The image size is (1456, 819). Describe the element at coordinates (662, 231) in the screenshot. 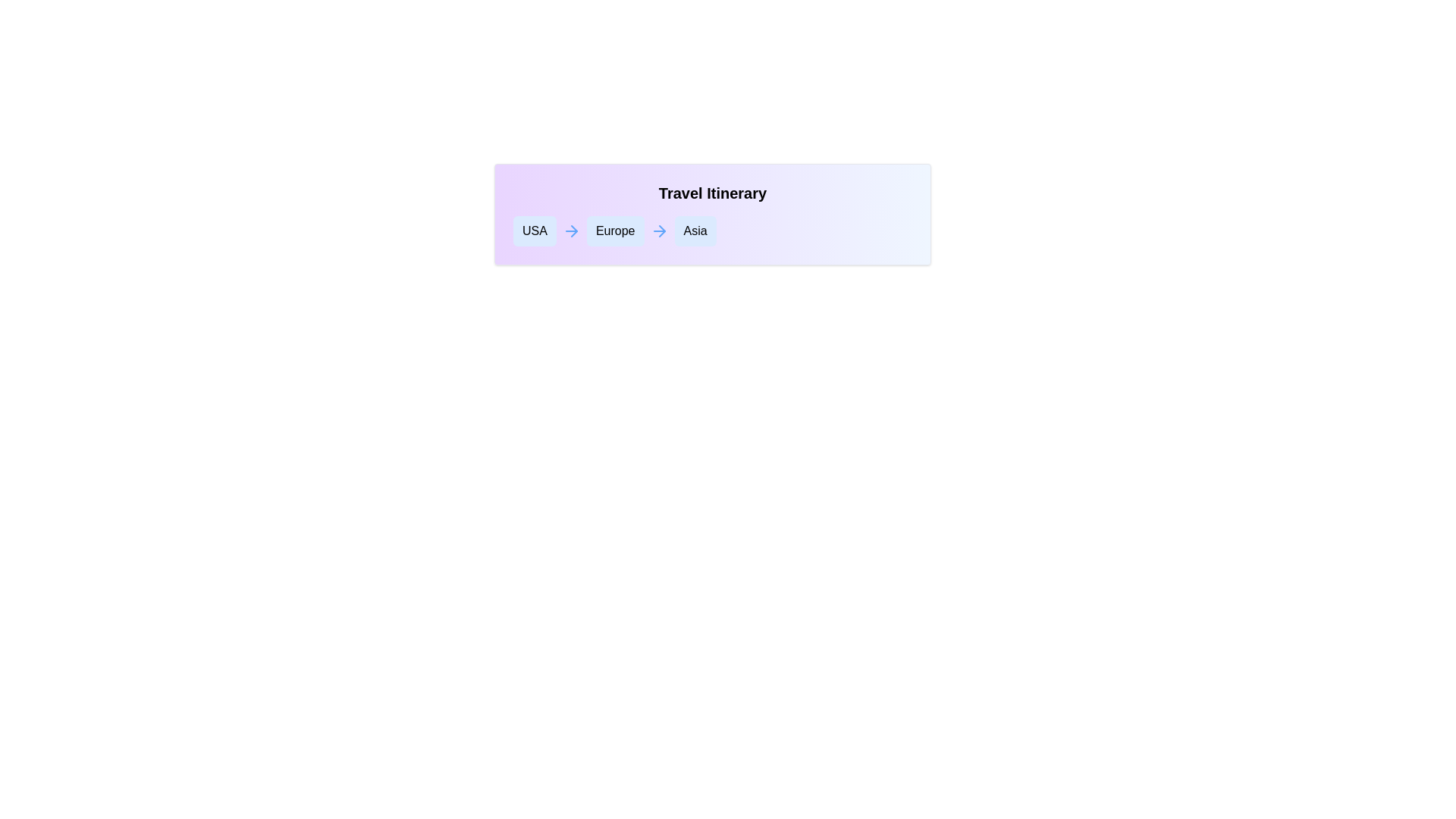

I see `arrow icon that visually indicates the directional flow from 'USA' to 'Europe' in the Travel Itinerary section` at that location.